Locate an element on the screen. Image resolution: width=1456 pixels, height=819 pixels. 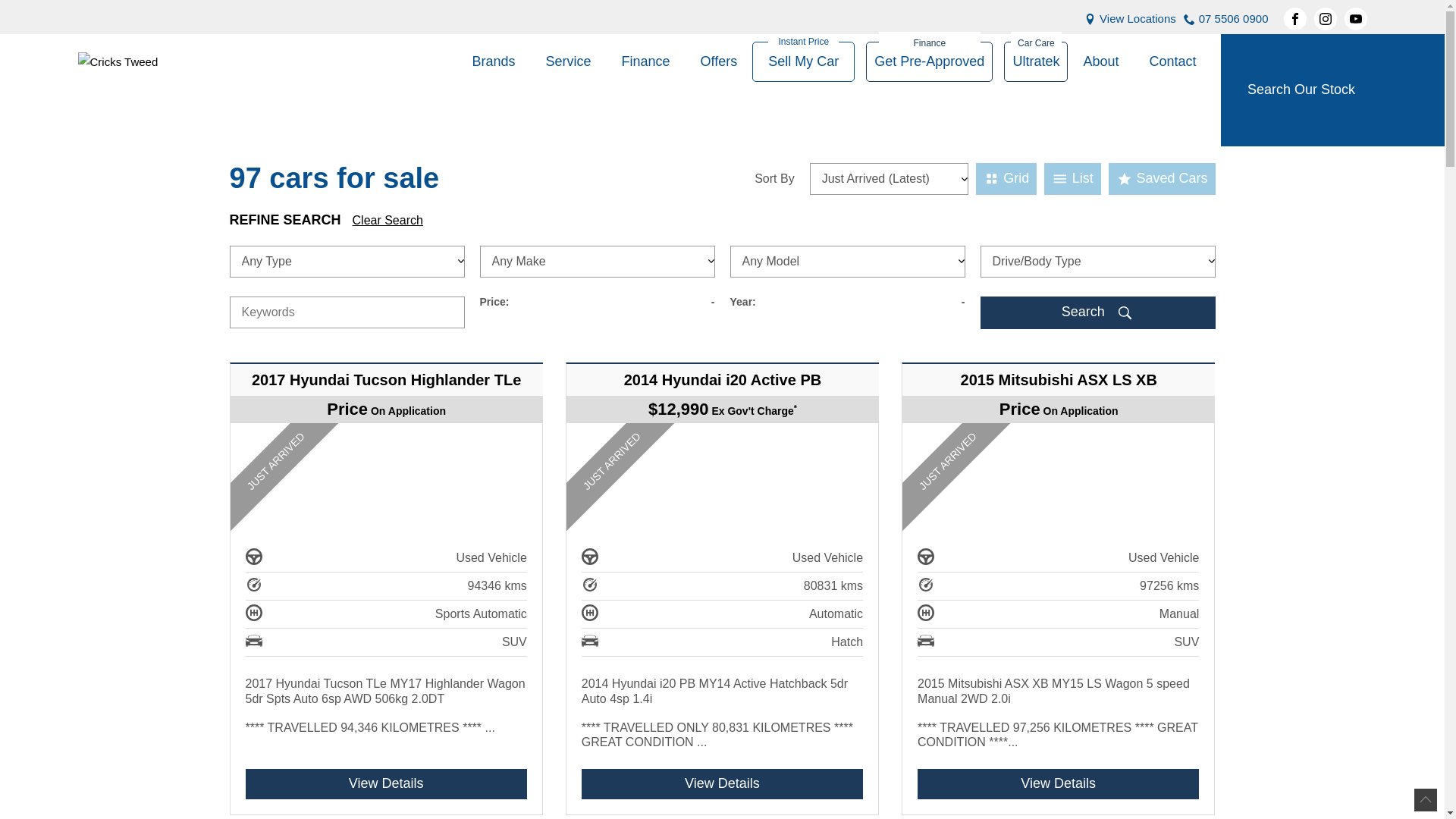
'Grid' is located at coordinates (975, 177).